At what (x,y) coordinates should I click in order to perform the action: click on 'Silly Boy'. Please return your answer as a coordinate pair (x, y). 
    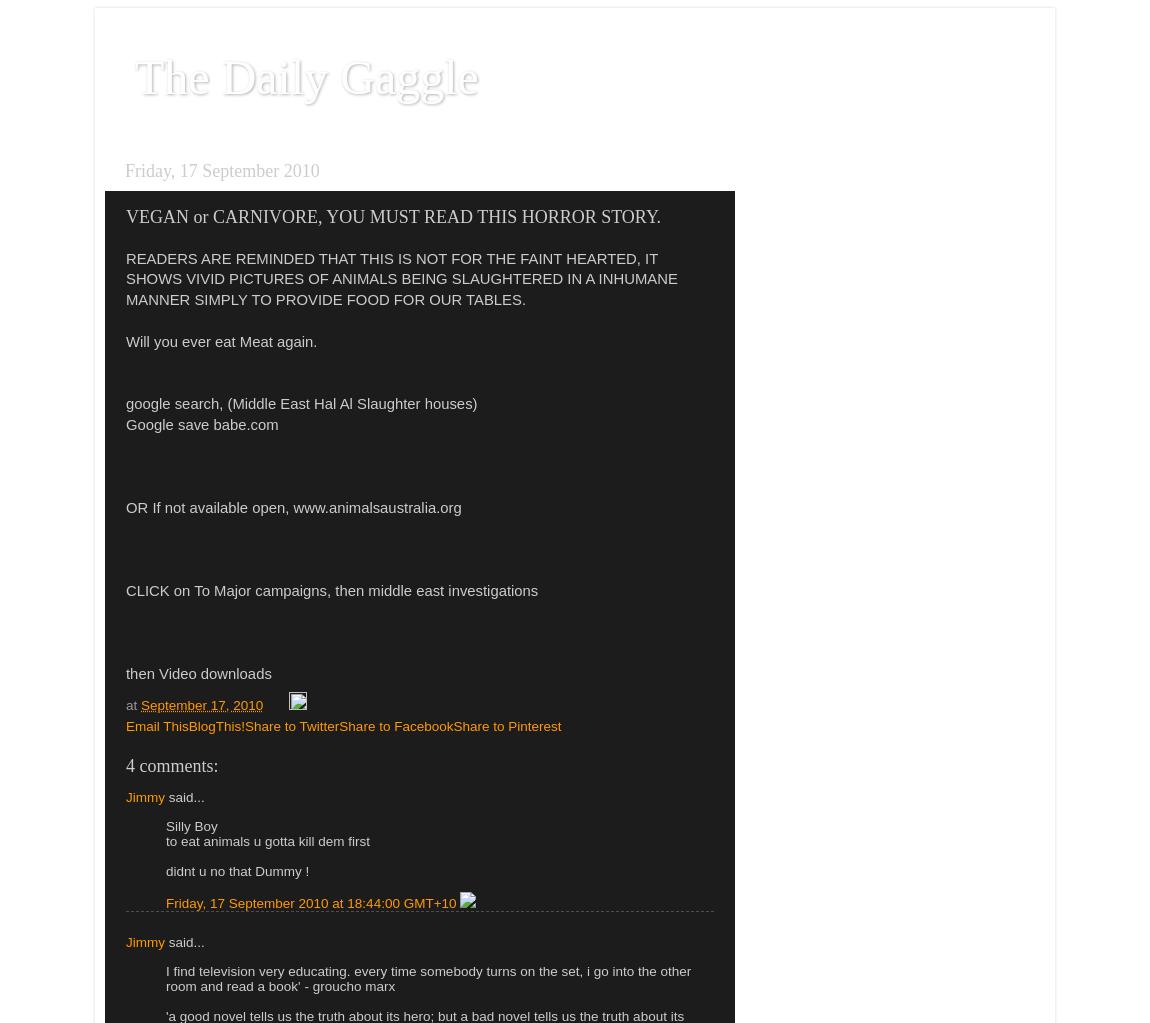
    Looking at the image, I should click on (190, 825).